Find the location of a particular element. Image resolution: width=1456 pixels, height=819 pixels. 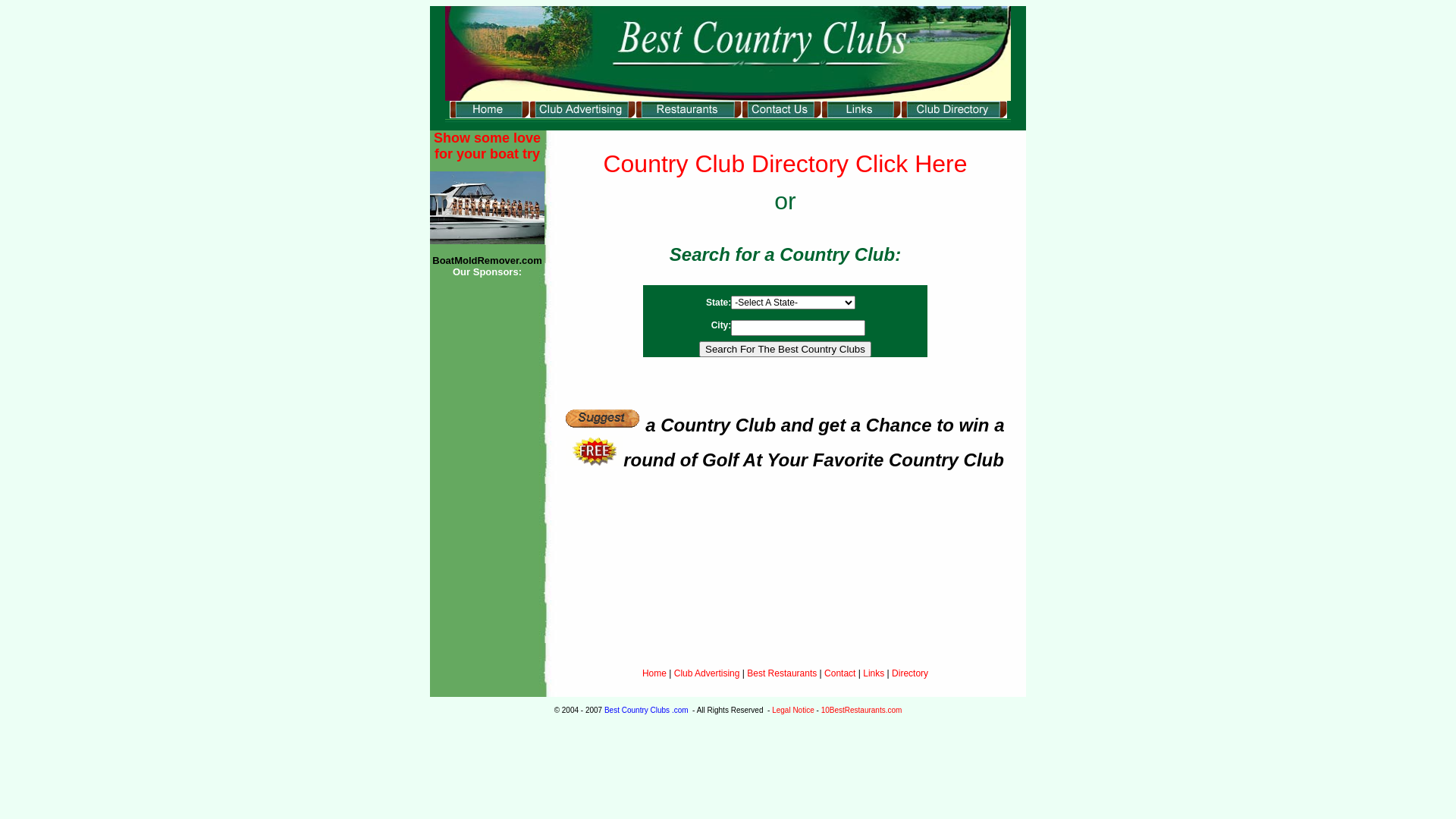

'Best Country Clubs .com' is located at coordinates (603, 710).